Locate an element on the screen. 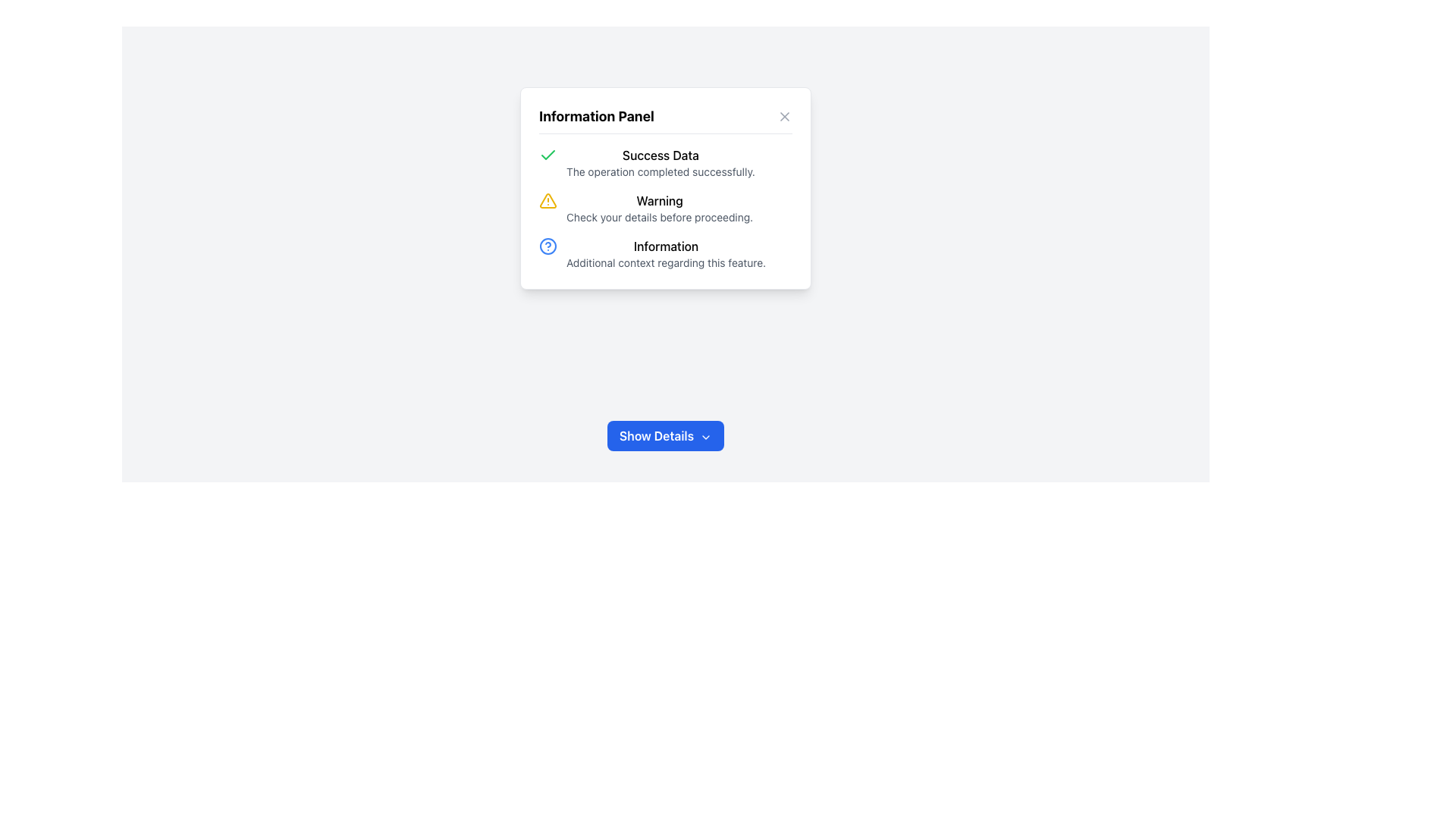 The width and height of the screenshot is (1456, 819). the green checkmark icon located to the left of the 'Success Data' text in the 'Information Panel' is located at coordinates (548, 155).